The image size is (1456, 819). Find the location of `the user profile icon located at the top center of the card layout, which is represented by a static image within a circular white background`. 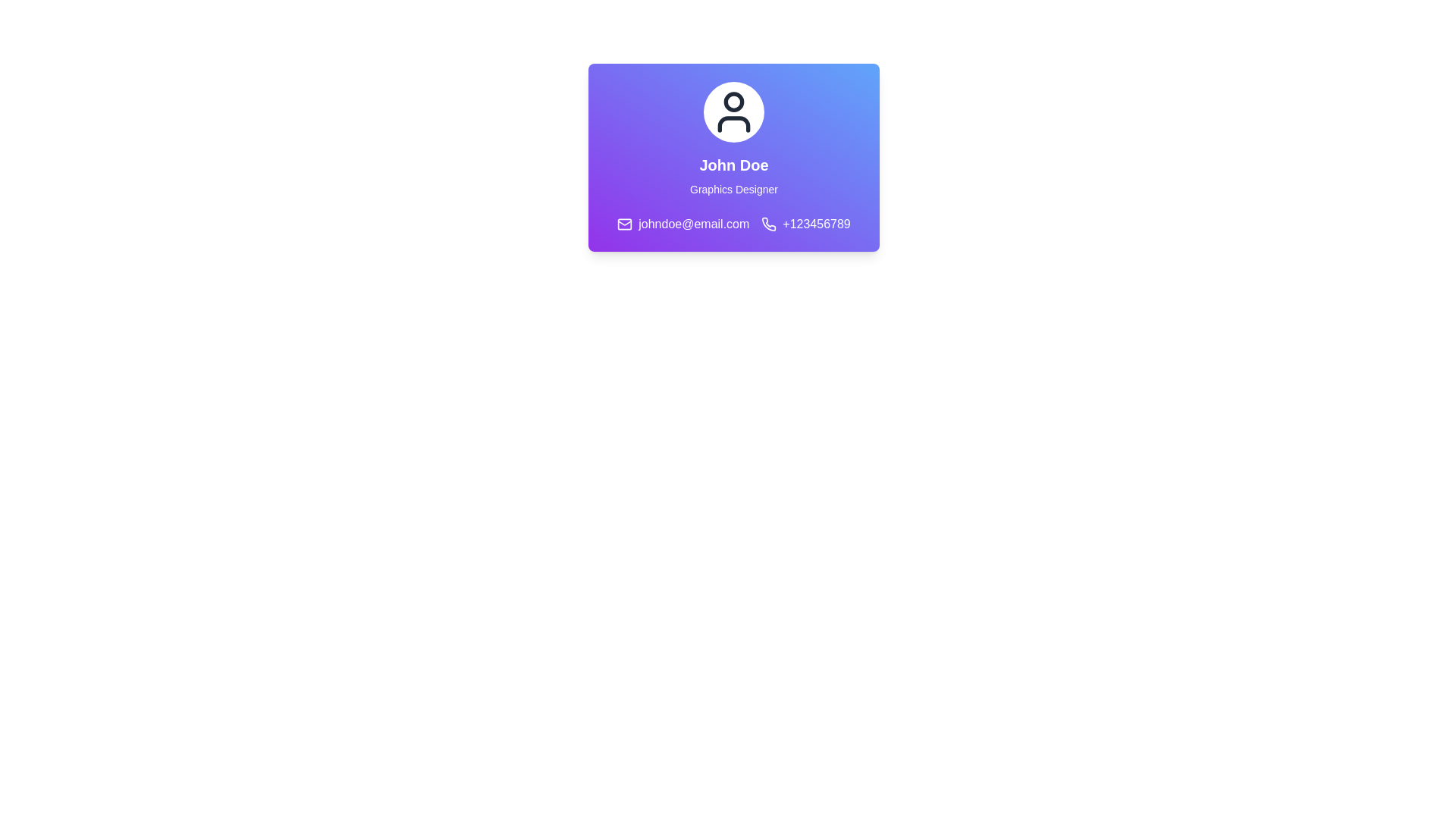

the user profile icon located at the top center of the card layout, which is represented by a static image within a circular white background is located at coordinates (734, 111).